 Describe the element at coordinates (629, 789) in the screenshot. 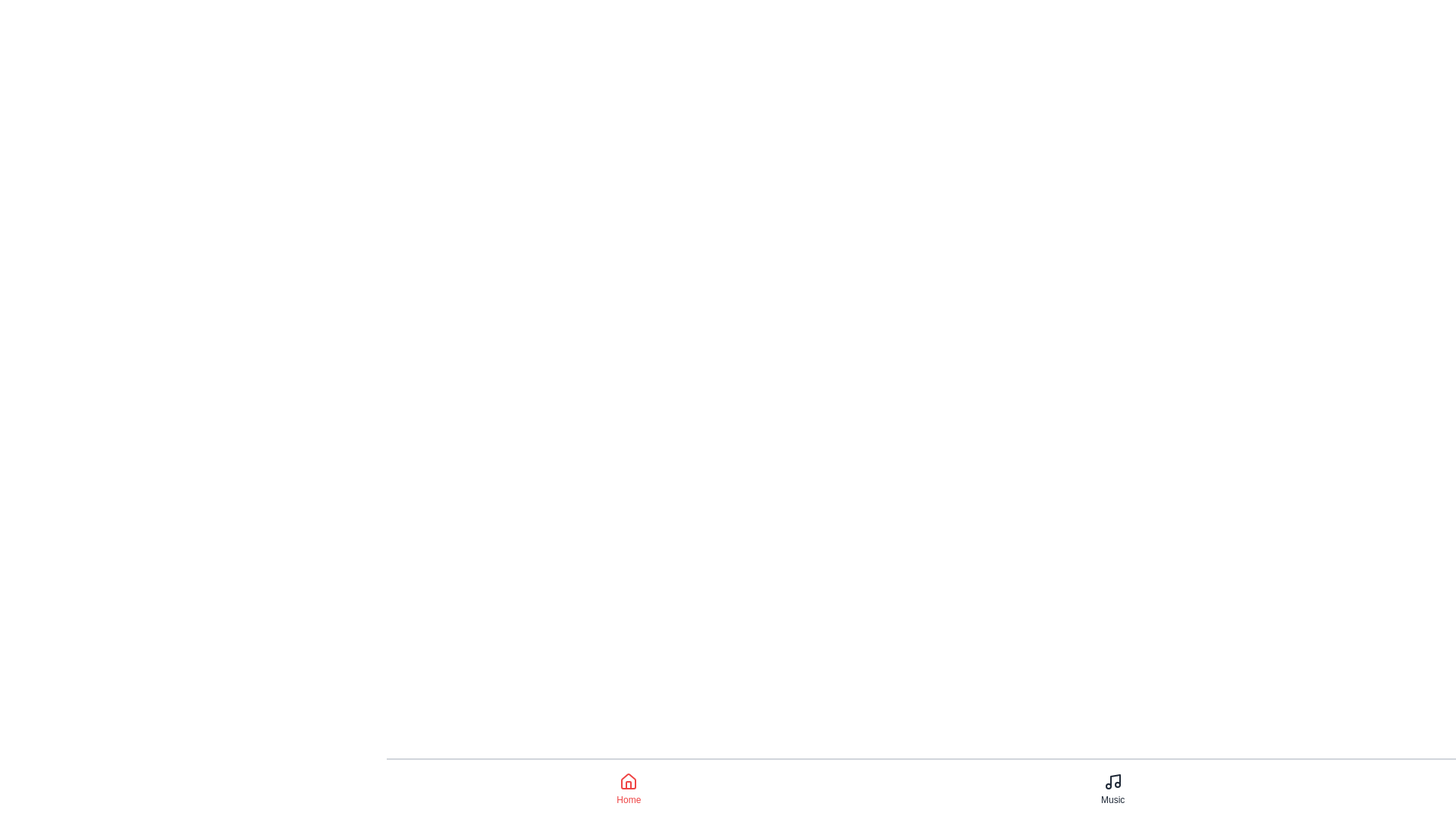

I see `the Home tab by clicking on its icon` at that location.